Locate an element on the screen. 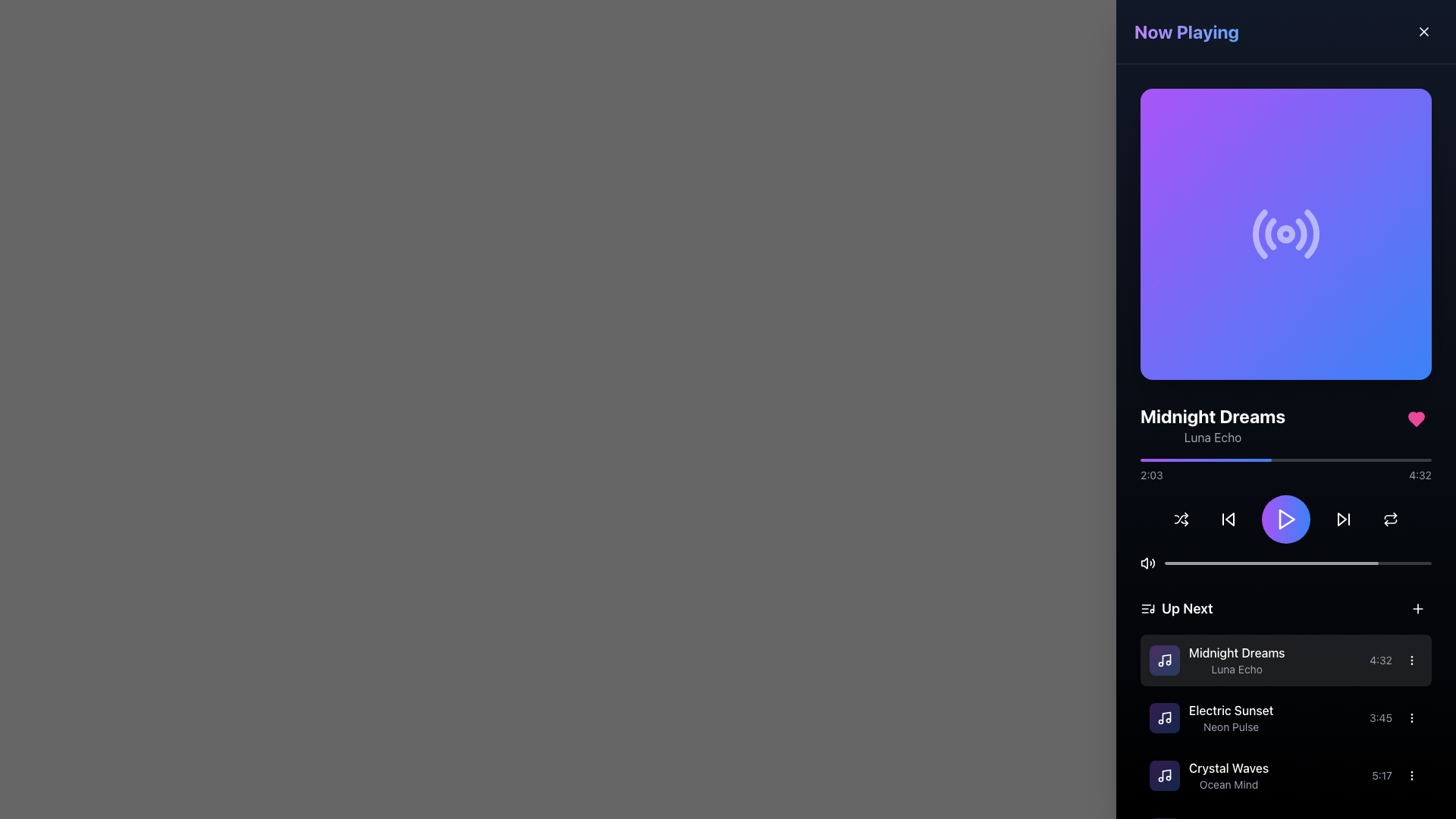 This screenshot has width=1456, height=819. the favorite icon located to the right of the track name 'Midnight Dreams' is located at coordinates (1415, 419).